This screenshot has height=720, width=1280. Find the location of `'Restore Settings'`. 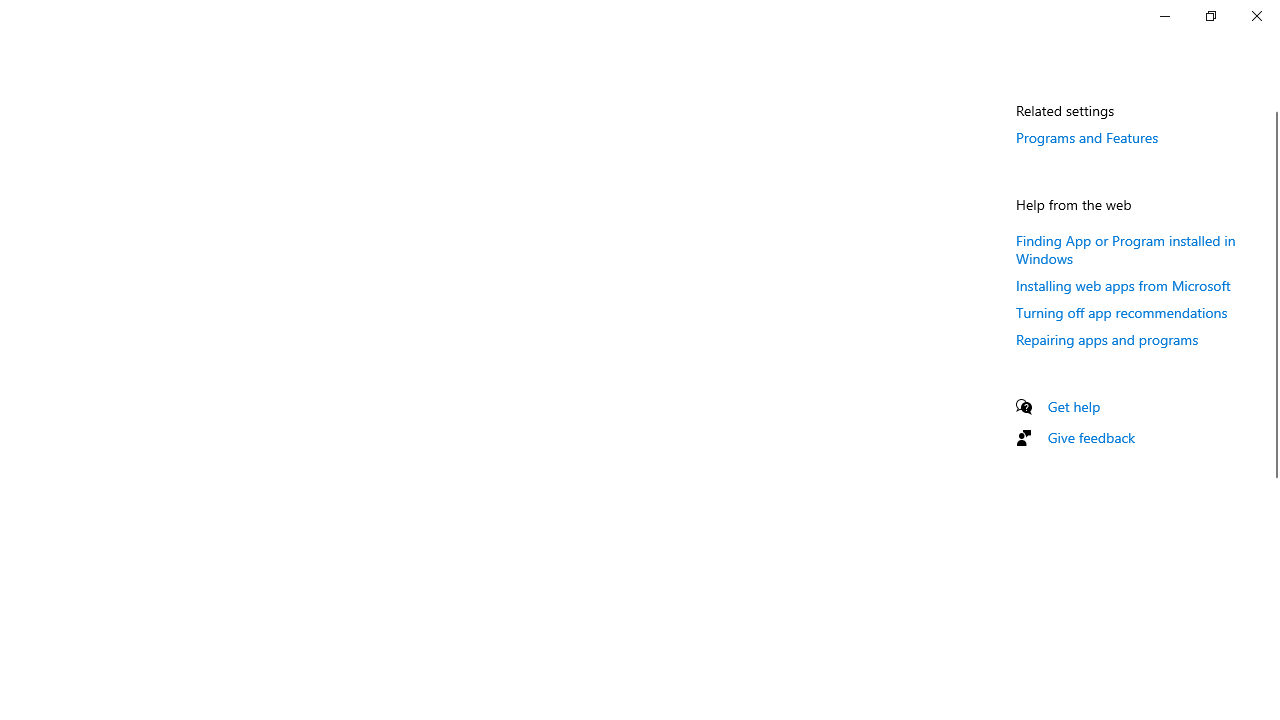

'Restore Settings' is located at coordinates (1209, 15).